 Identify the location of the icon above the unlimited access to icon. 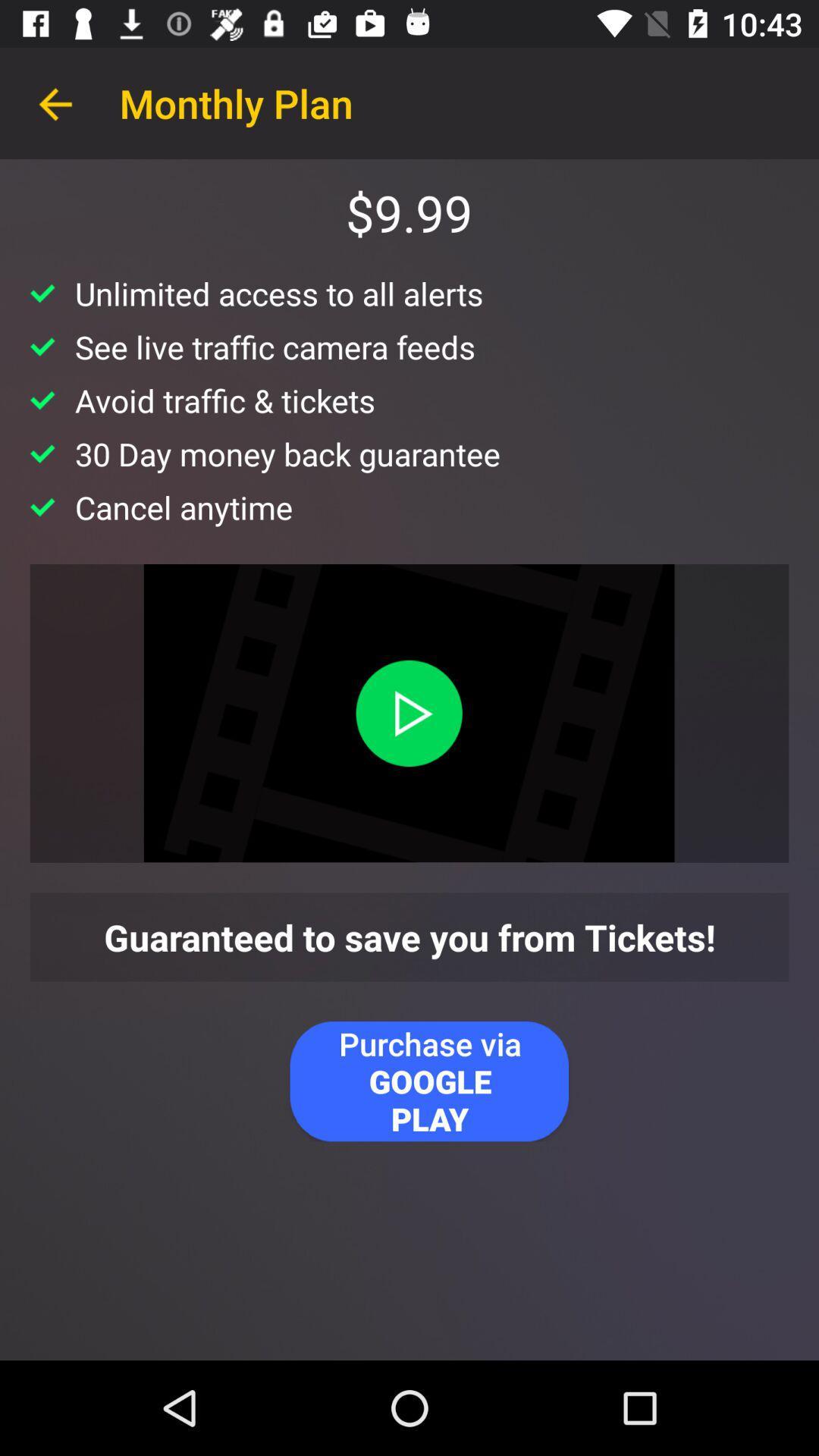
(55, 102).